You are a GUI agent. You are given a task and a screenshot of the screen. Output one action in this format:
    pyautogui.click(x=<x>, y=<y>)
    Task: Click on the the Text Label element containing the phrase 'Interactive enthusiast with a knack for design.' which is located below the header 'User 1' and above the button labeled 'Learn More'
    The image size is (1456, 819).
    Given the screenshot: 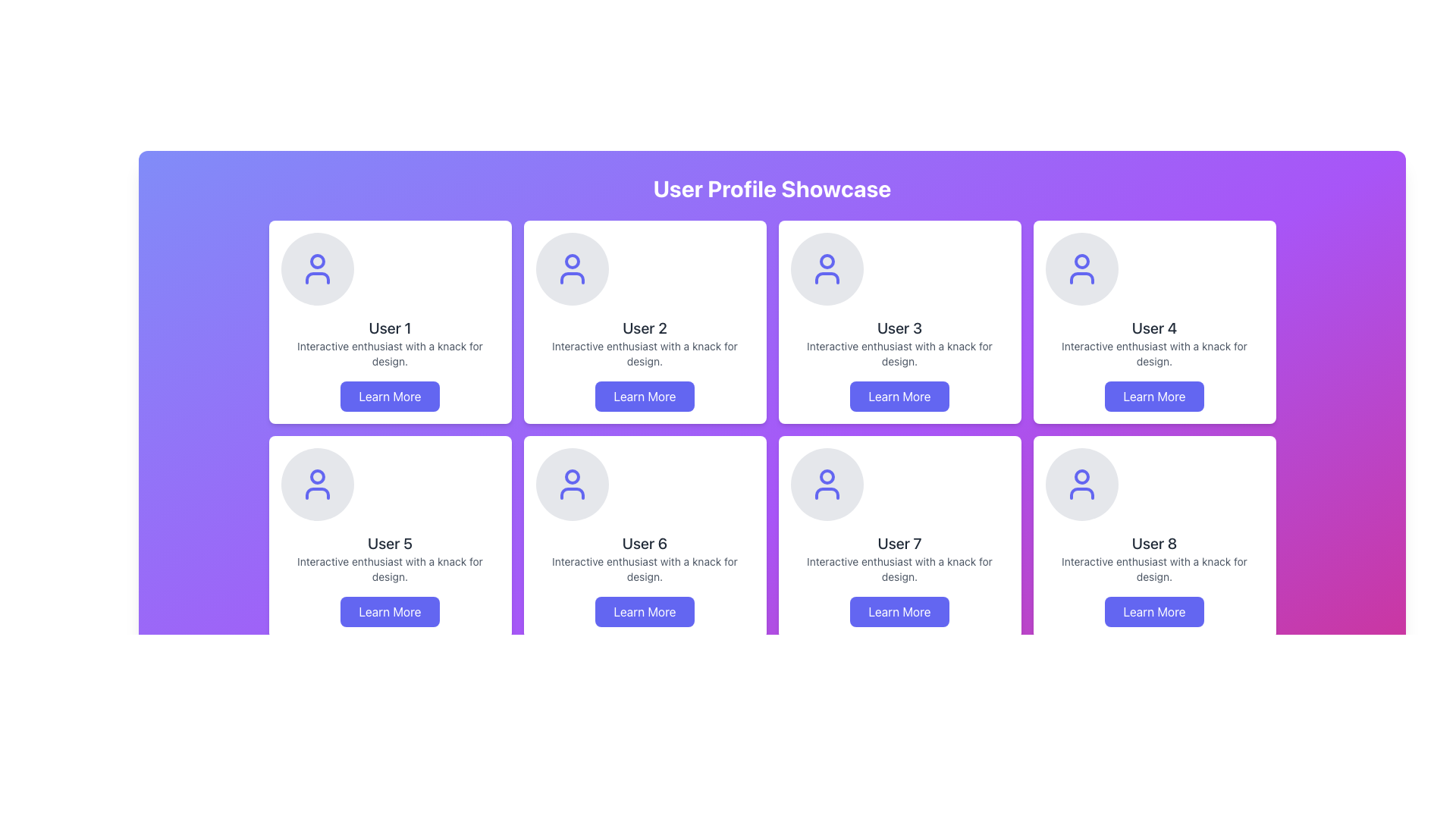 What is the action you would take?
    pyautogui.click(x=390, y=353)
    